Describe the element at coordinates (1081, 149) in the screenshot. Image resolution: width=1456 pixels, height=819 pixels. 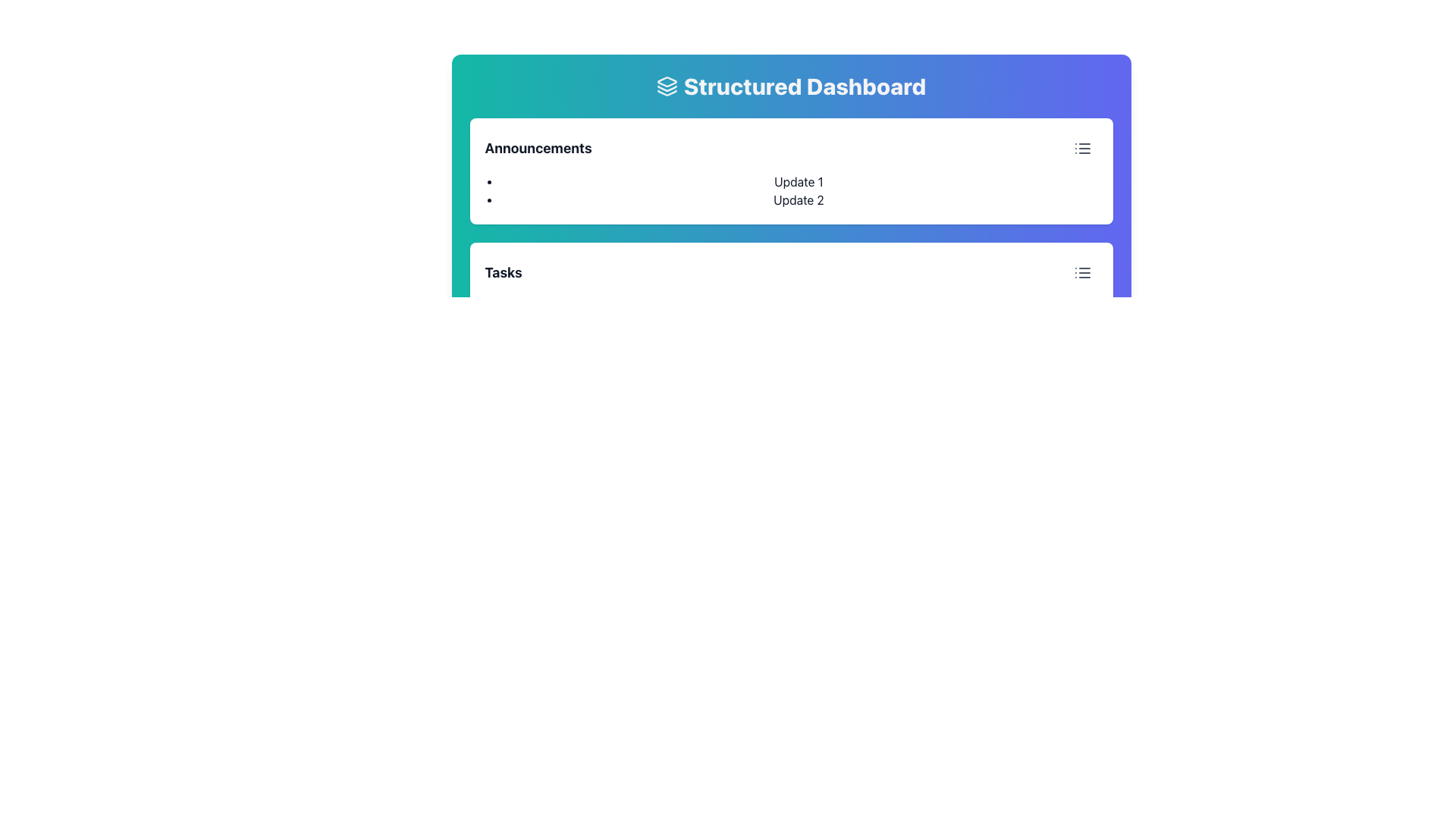
I see `the small list icon with three horizontal lines and three dots on the left` at that location.